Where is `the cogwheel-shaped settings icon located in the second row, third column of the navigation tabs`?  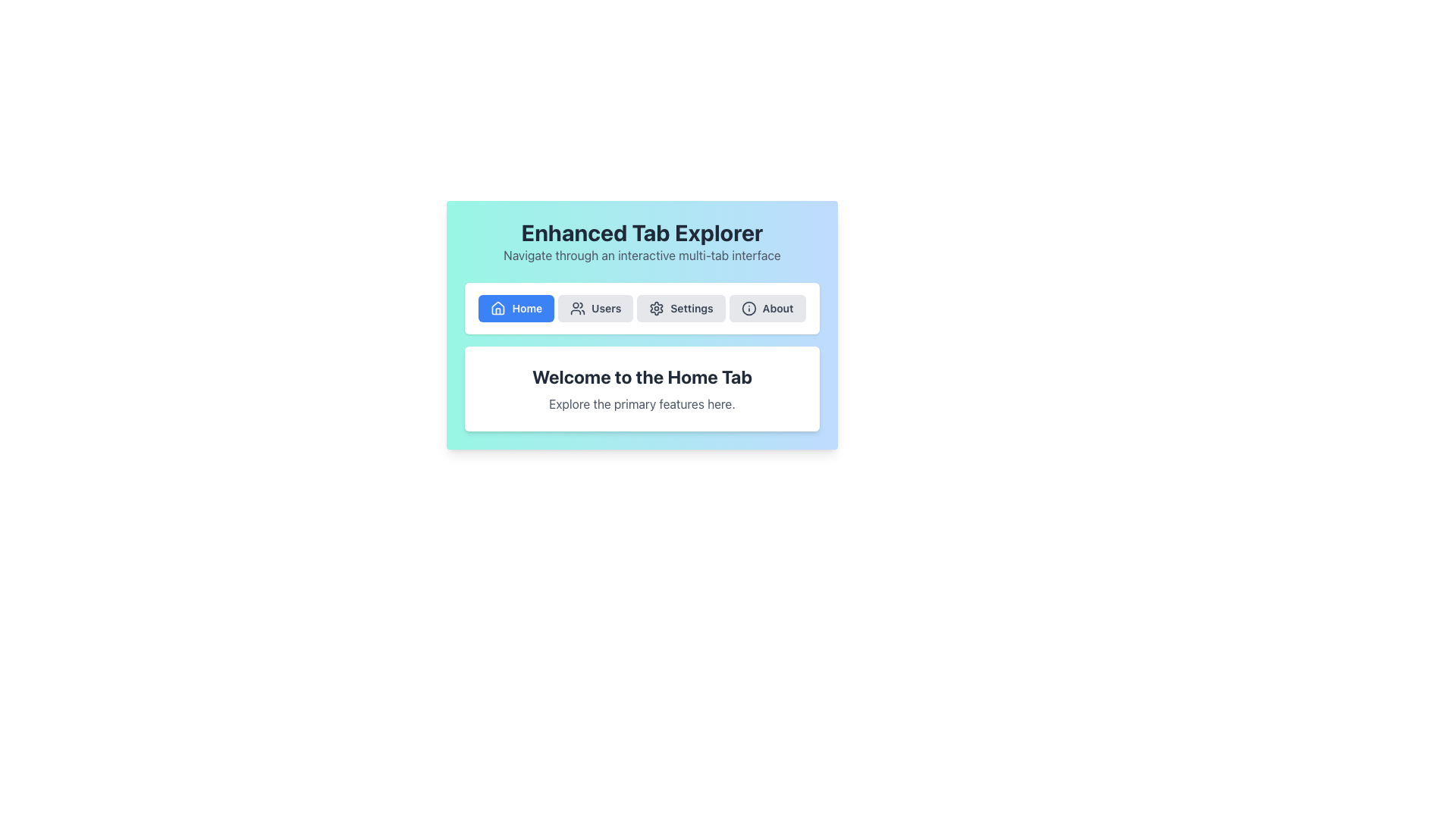
the cogwheel-shaped settings icon located in the second row, third column of the navigation tabs is located at coordinates (657, 308).